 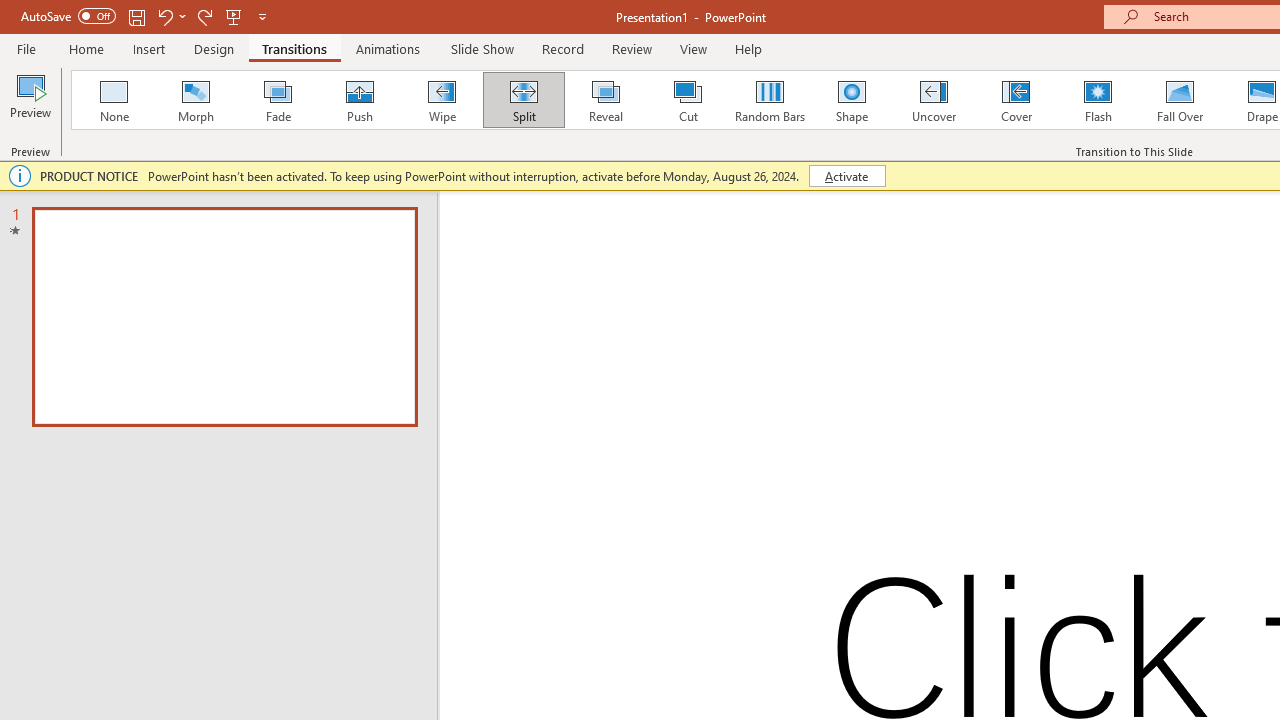 I want to click on 'Cut', so click(x=688, y=100).